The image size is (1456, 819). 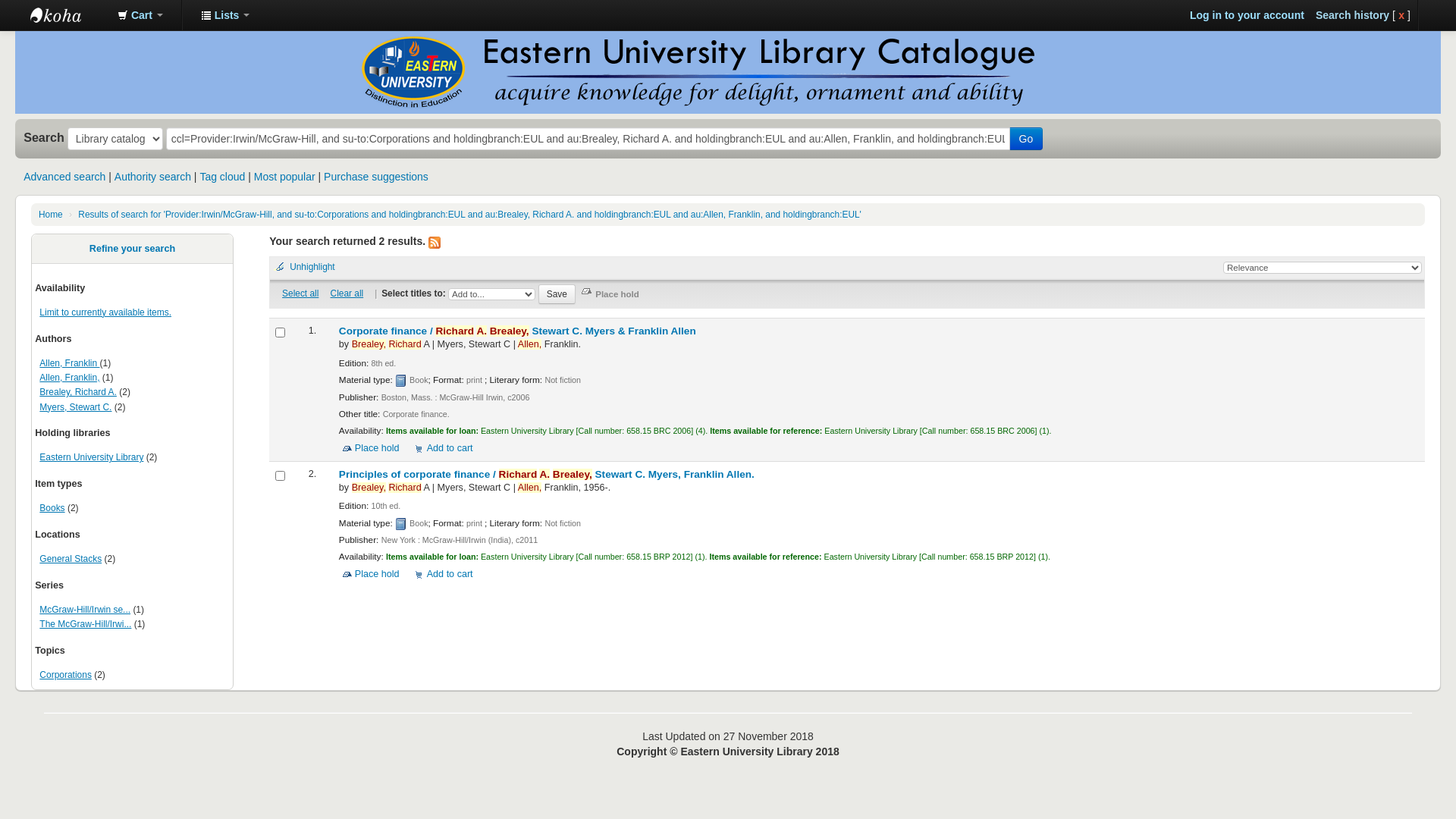 I want to click on 'Myers, Stewart C.', so click(x=74, y=406).